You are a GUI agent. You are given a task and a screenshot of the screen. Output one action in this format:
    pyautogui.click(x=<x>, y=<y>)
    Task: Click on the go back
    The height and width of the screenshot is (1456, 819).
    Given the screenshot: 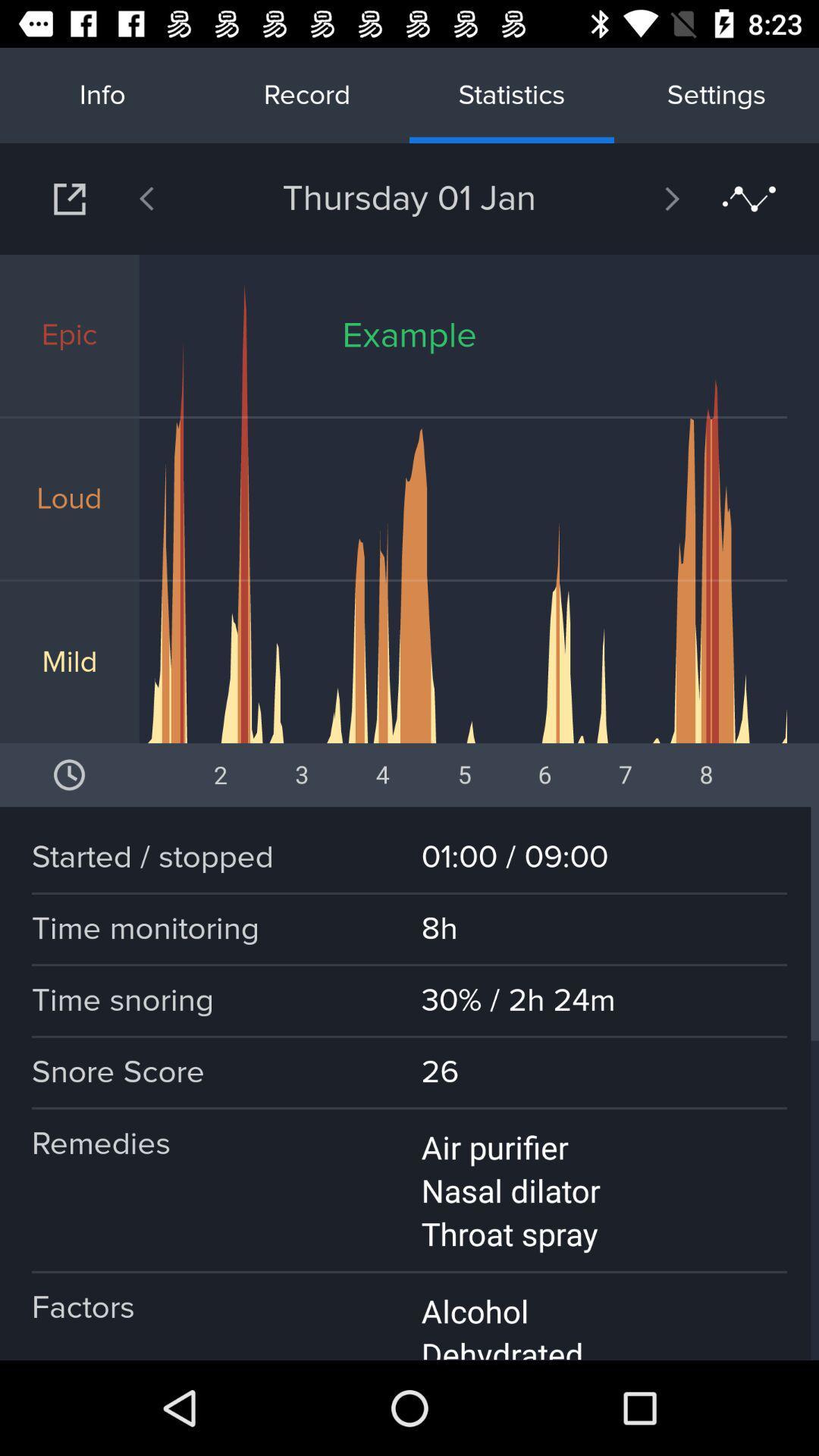 What is the action you would take?
    pyautogui.click(x=185, y=198)
    